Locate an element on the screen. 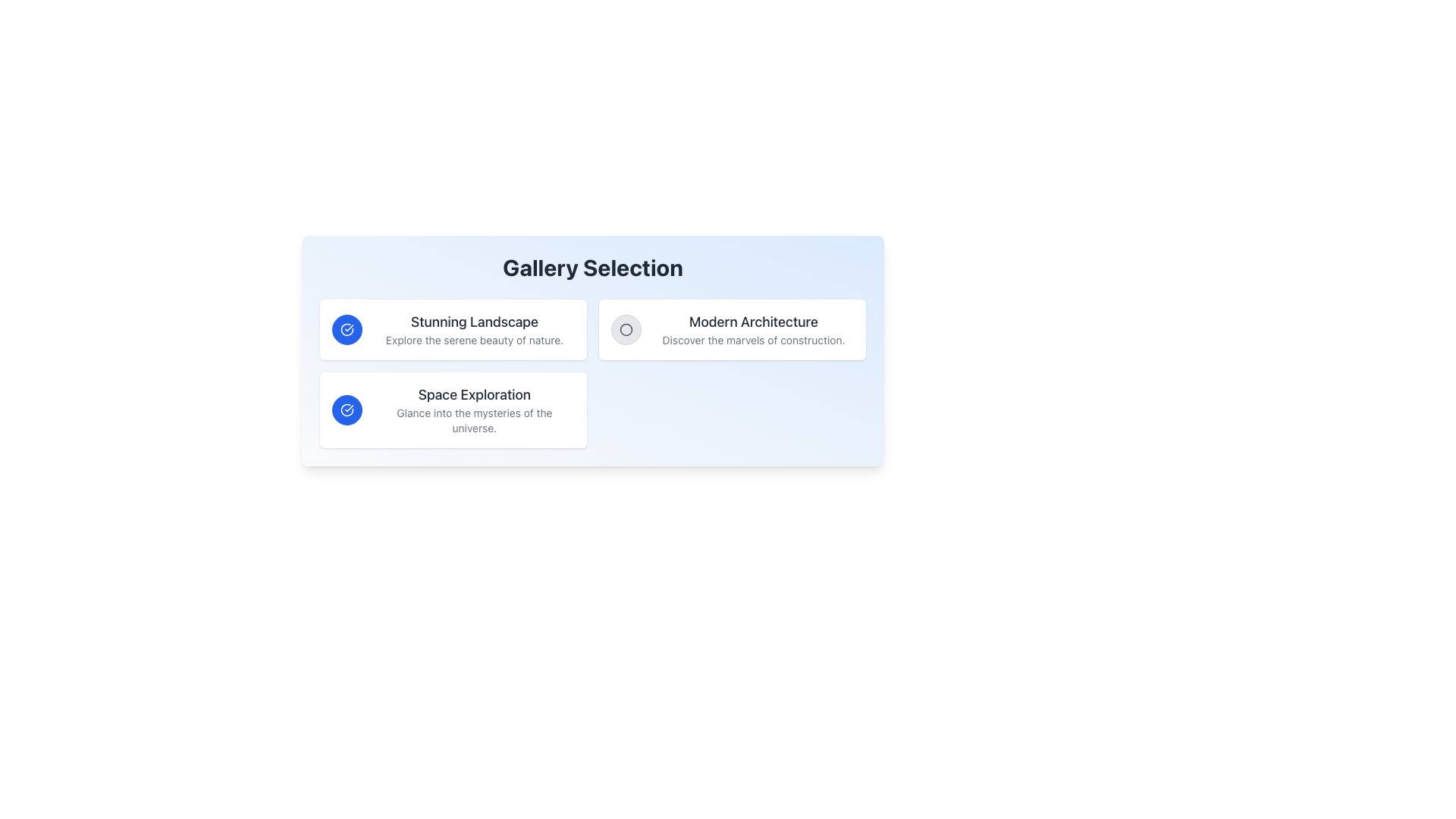 This screenshot has height=819, width=1456. the circular blue selection button with a white checkmark inside it, located to the left of the text 'Stunning Landscape' in the Gallery Selection section is located at coordinates (346, 329).